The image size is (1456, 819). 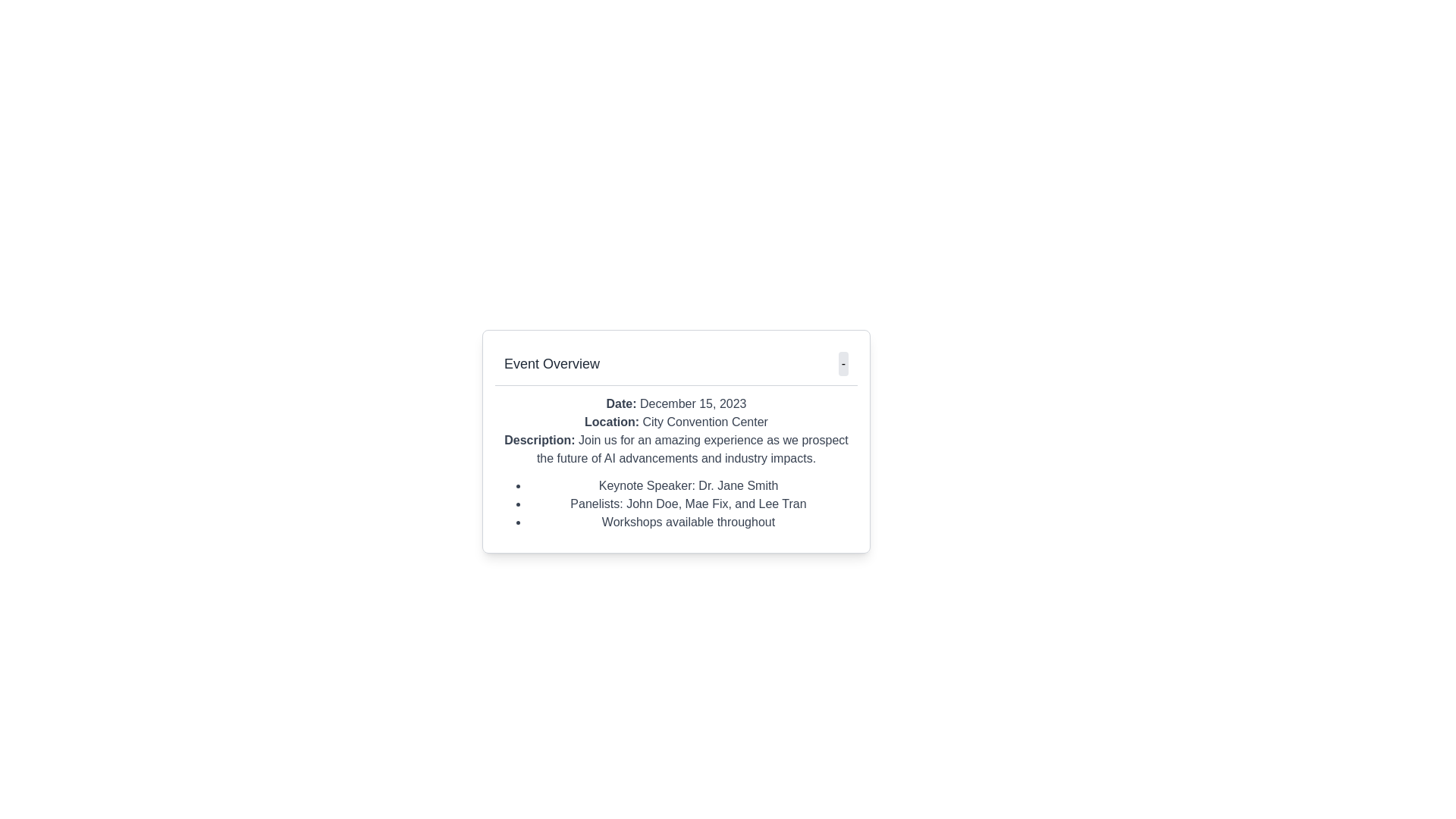 What do you see at coordinates (843, 363) in the screenshot?
I see `the collapse button located at the far right edge of the 'Event Overview' header` at bounding box center [843, 363].